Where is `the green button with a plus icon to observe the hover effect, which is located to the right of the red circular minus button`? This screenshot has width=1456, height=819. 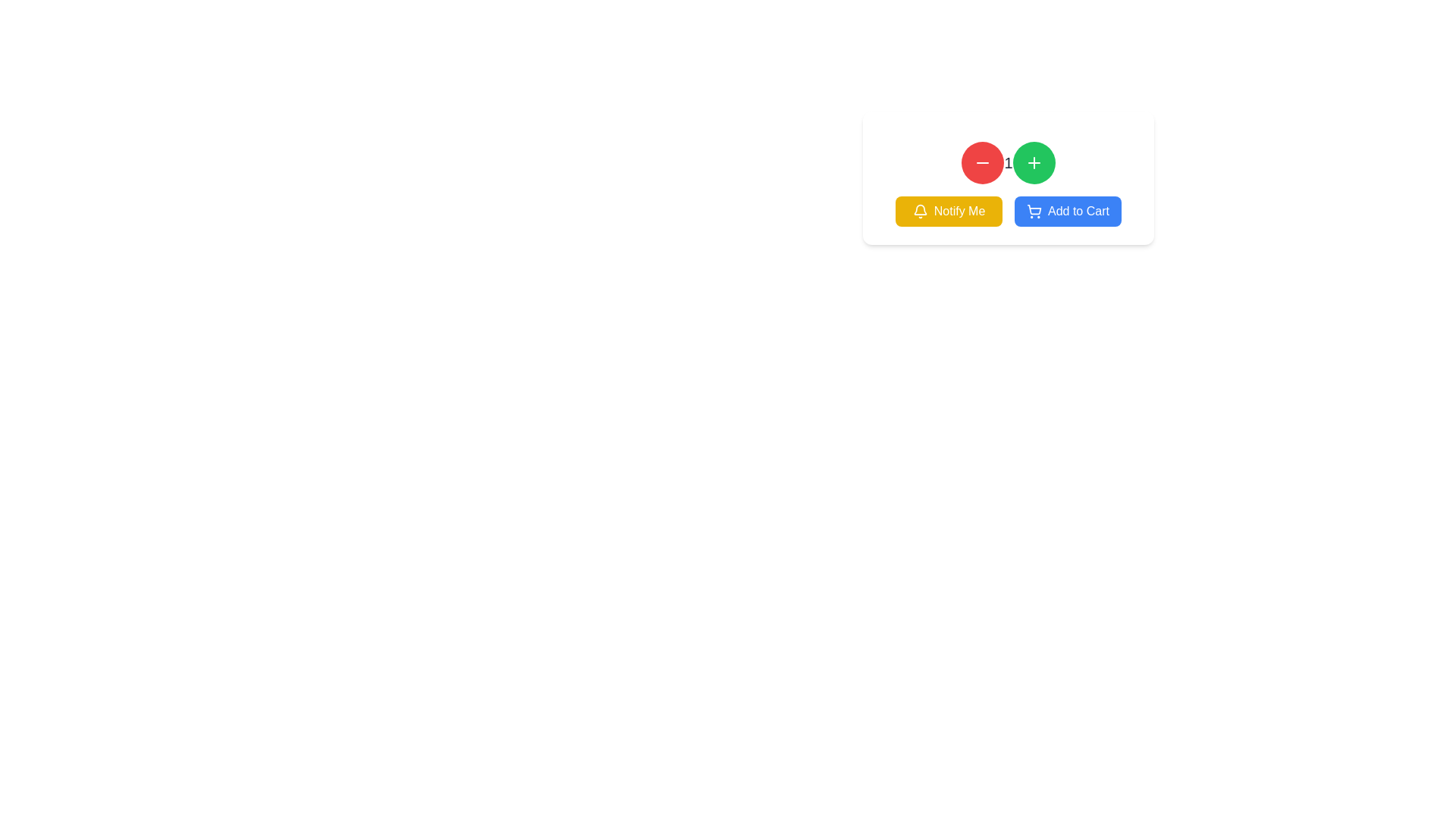
the green button with a plus icon to observe the hover effect, which is located to the right of the red circular minus button is located at coordinates (1033, 163).